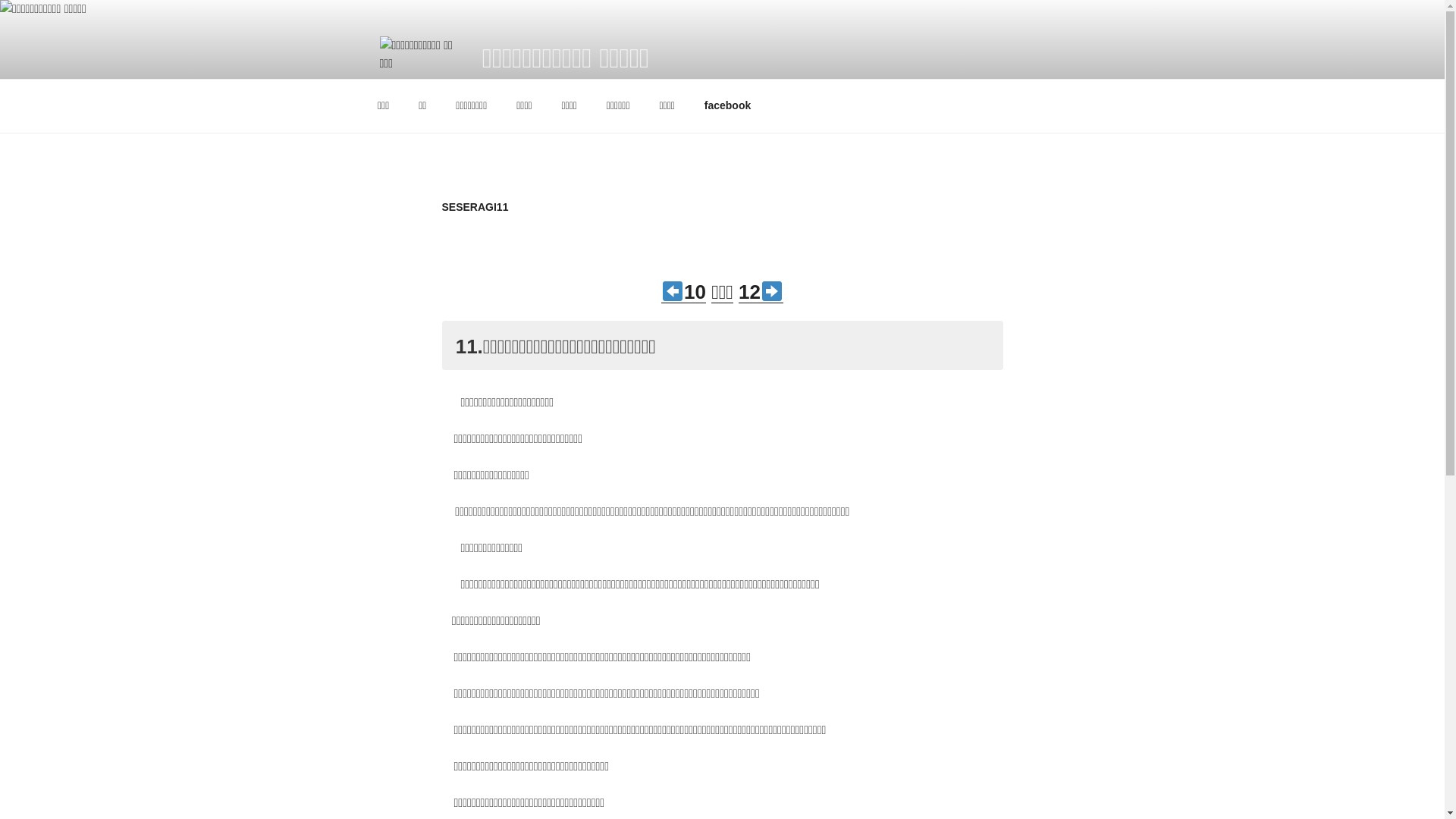 This screenshot has height=819, width=1456. Describe the element at coordinates (682, 292) in the screenshot. I see `'10'` at that location.